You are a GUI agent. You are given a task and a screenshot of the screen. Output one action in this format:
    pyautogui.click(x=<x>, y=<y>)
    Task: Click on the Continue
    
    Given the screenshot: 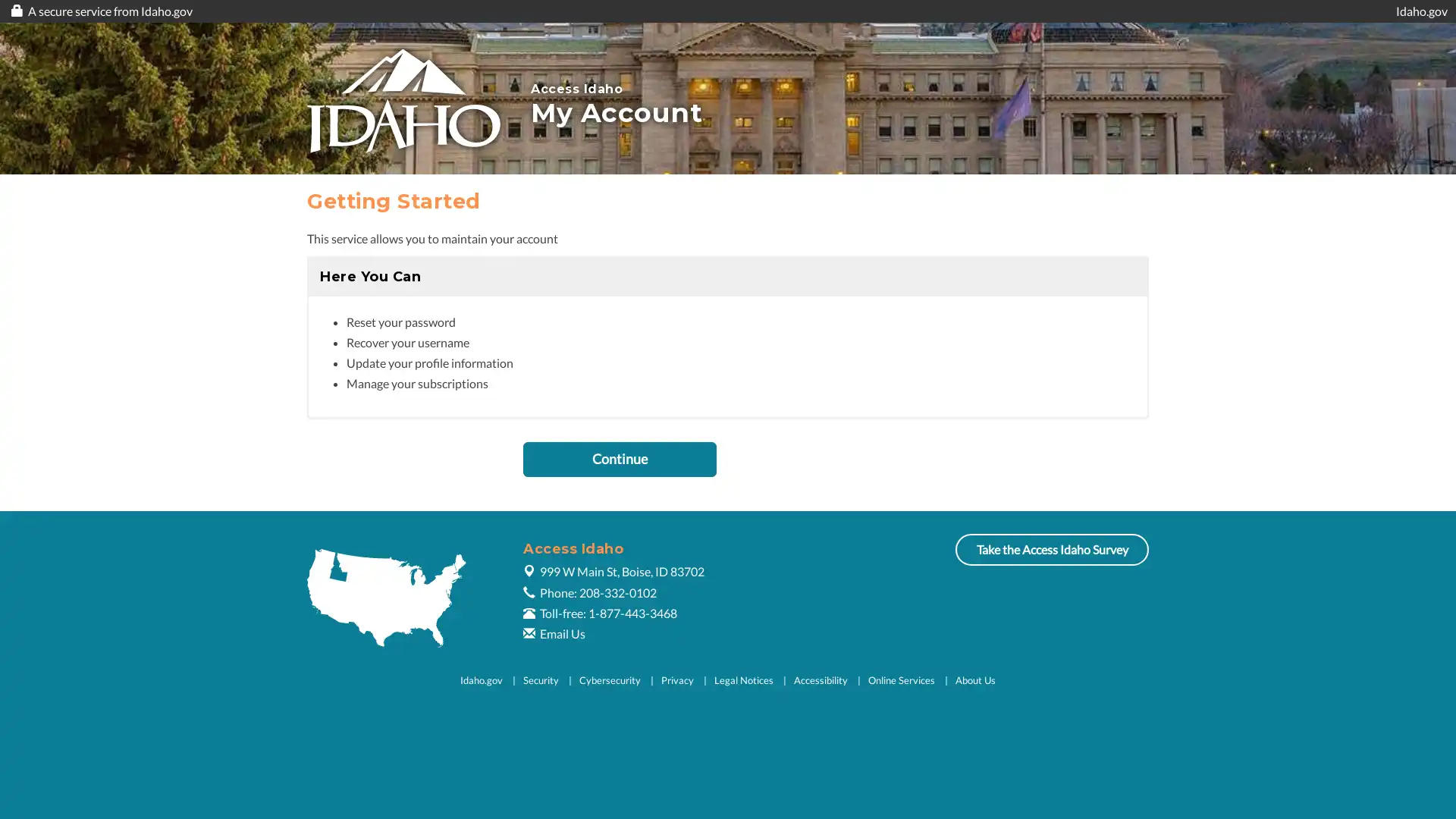 What is the action you would take?
    pyautogui.click(x=620, y=458)
    